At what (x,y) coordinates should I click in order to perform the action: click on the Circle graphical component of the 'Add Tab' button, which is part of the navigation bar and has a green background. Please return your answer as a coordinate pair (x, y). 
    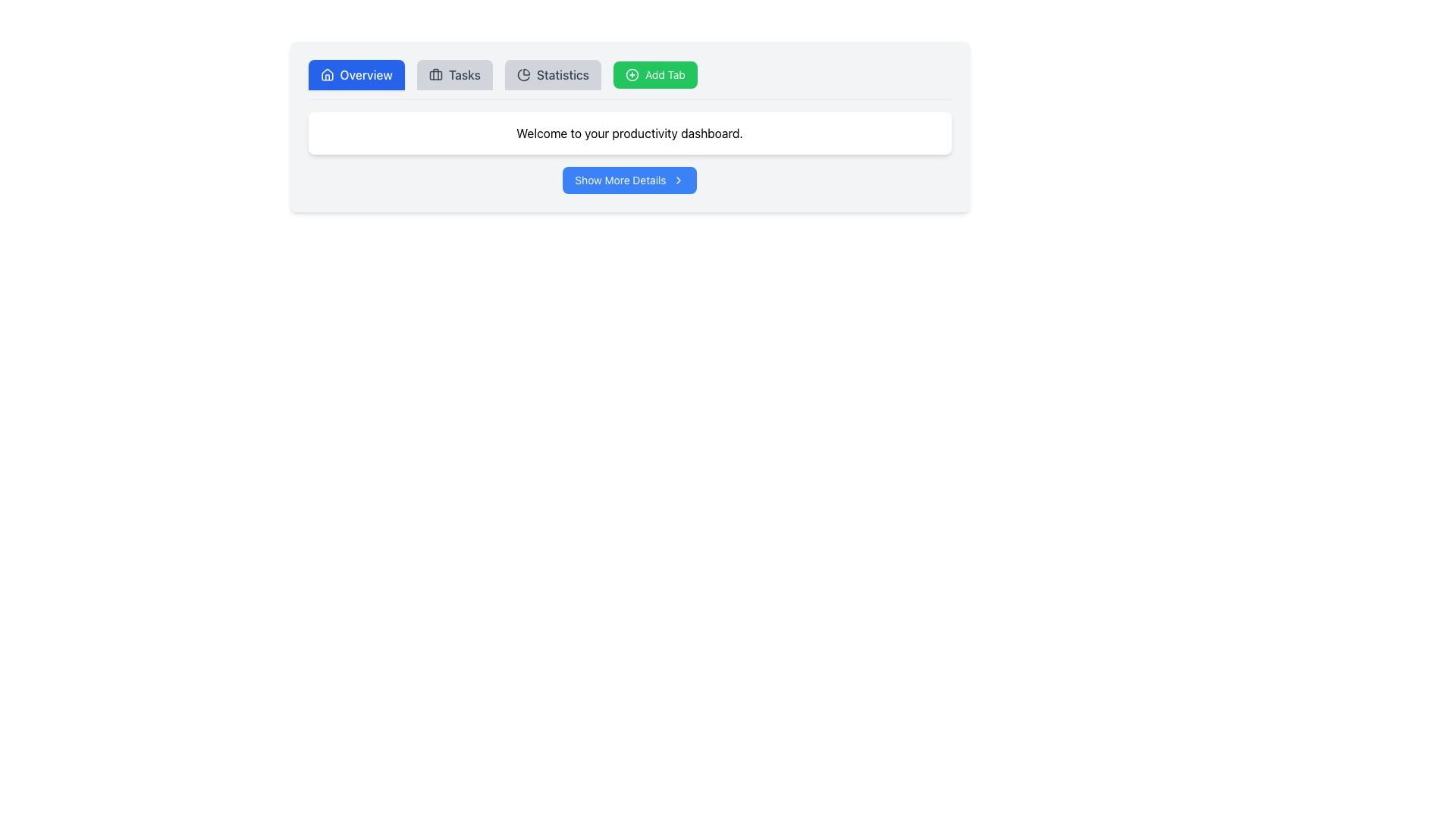
    Looking at the image, I should click on (632, 75).